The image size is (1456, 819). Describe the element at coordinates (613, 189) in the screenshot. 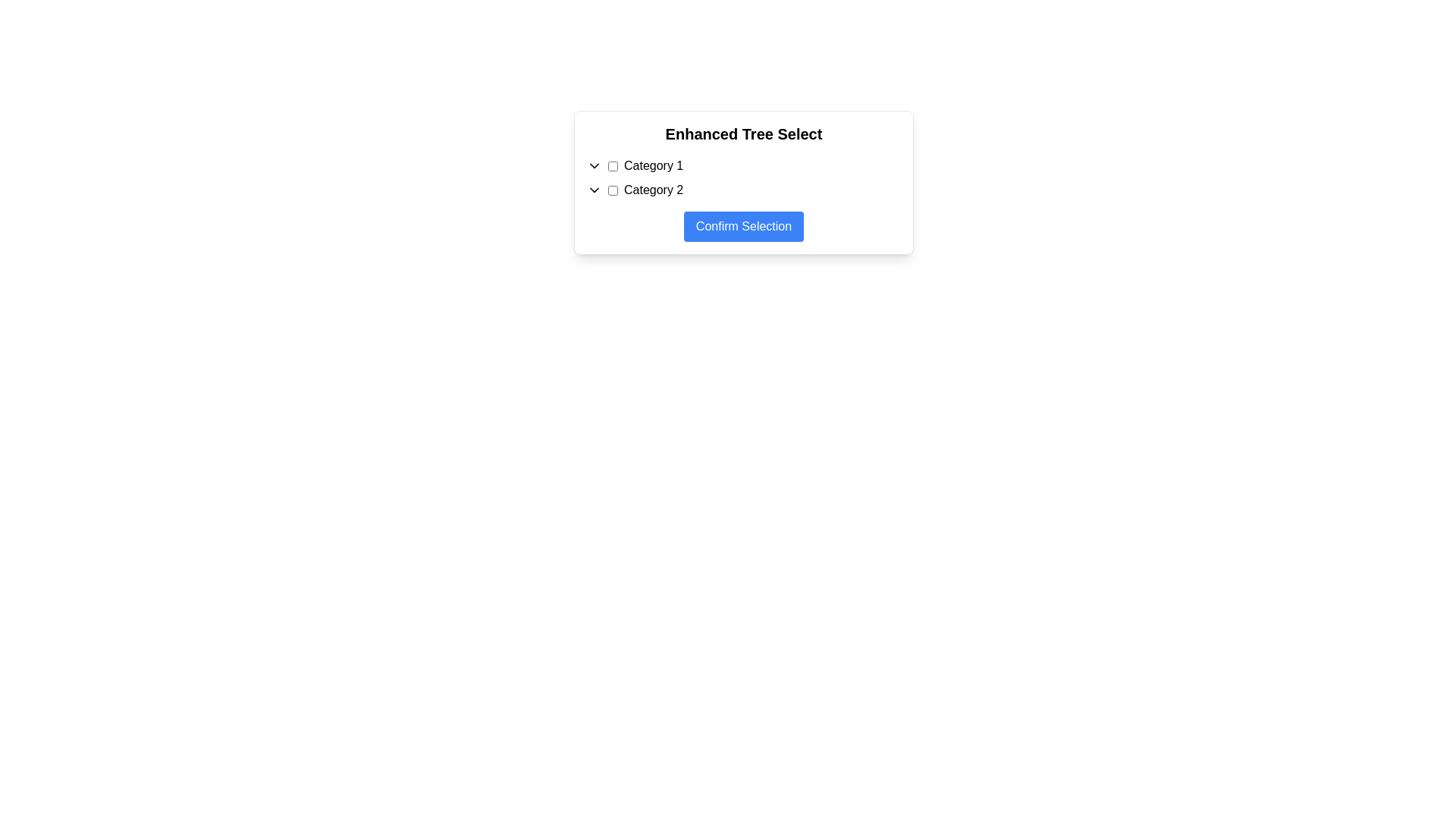

I see `the checkbox located` at that location.